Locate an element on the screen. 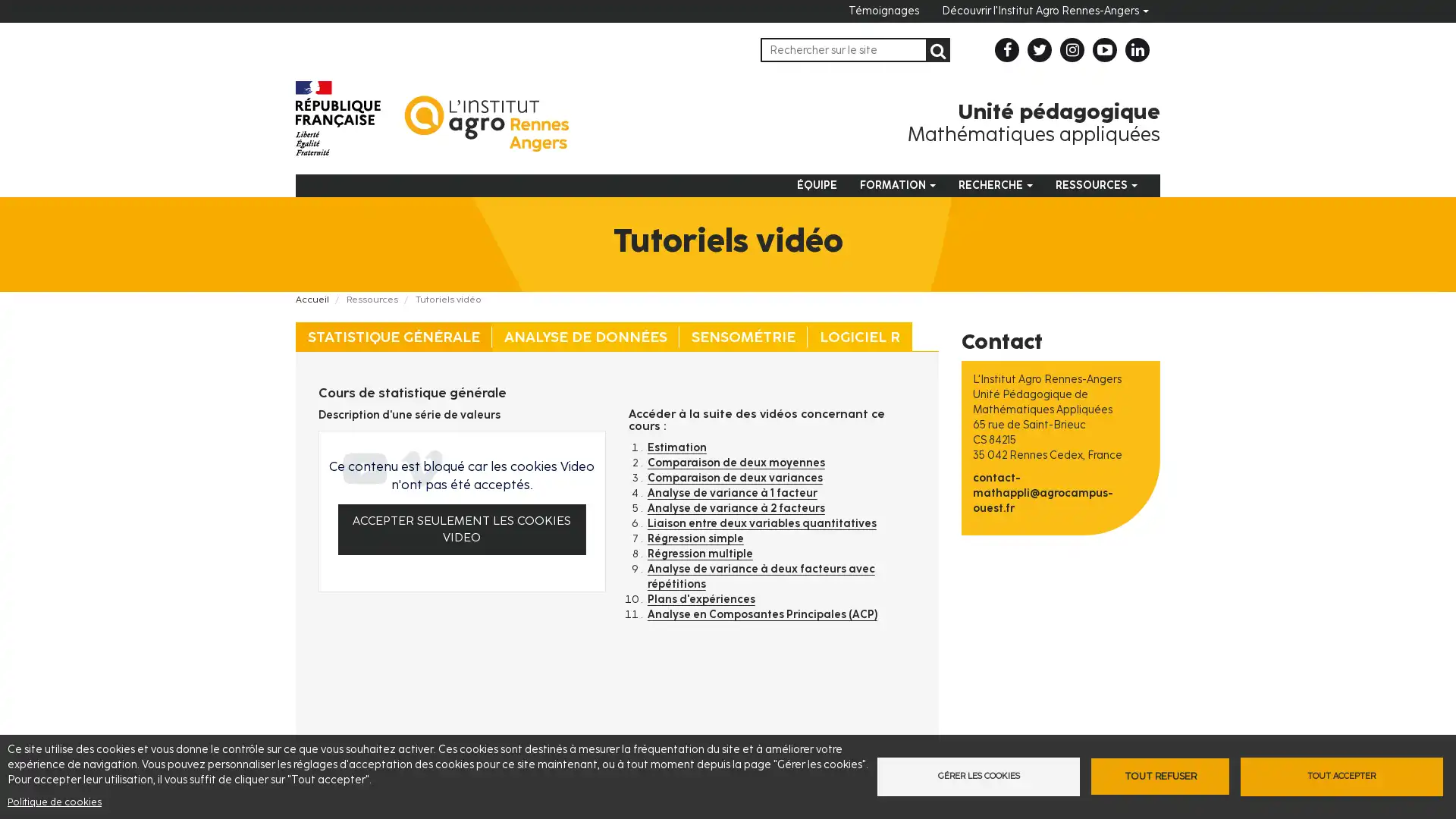  TOUT ACCEPTER is located at coordinates (1343, 776).